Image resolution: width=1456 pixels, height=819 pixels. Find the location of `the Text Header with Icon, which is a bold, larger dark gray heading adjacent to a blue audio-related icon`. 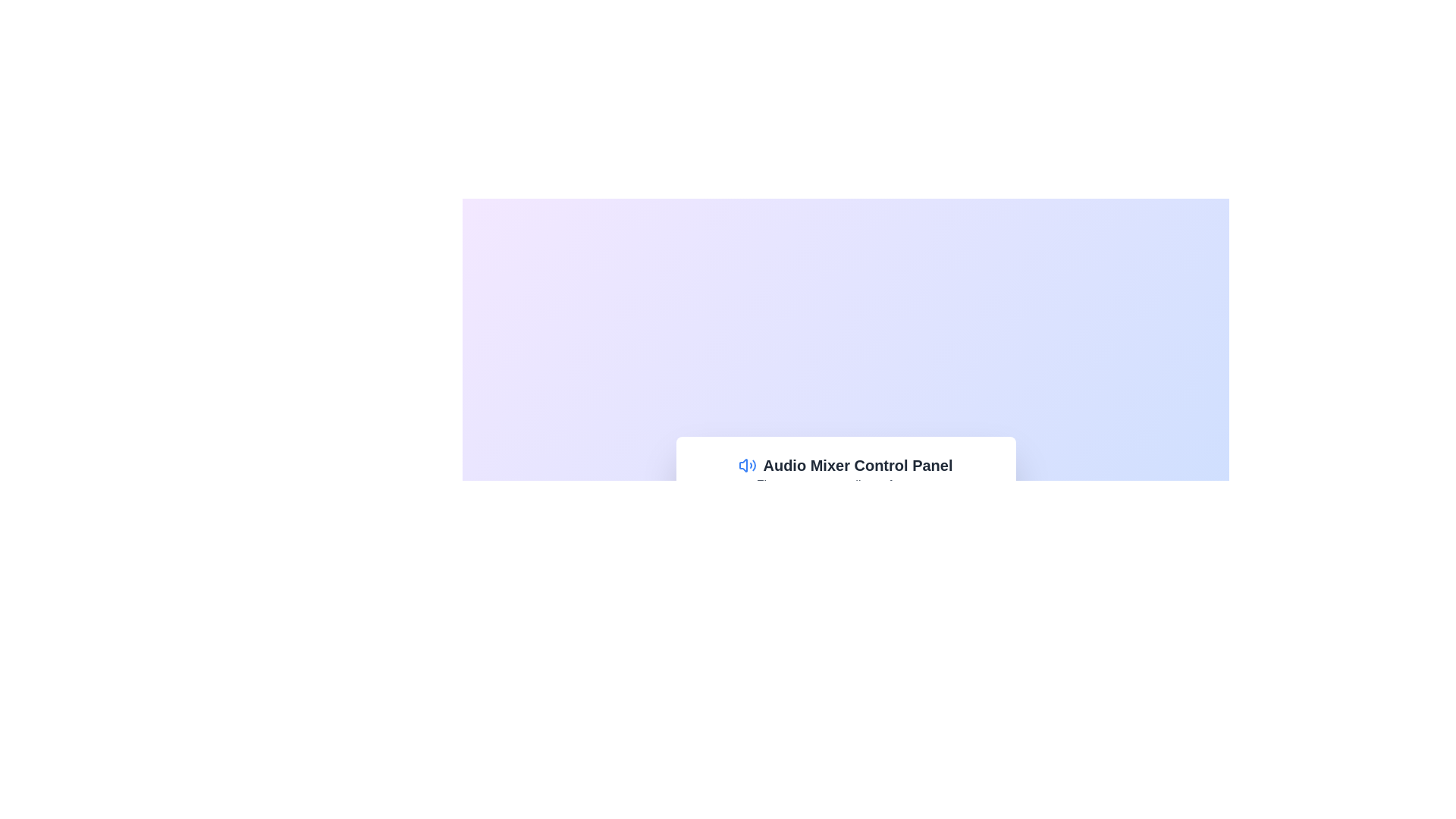

the Text Header with Icon, which is a bold, larger dark gray heading adjacent to a blue audio-related icon is located at coordinates (845, 464).